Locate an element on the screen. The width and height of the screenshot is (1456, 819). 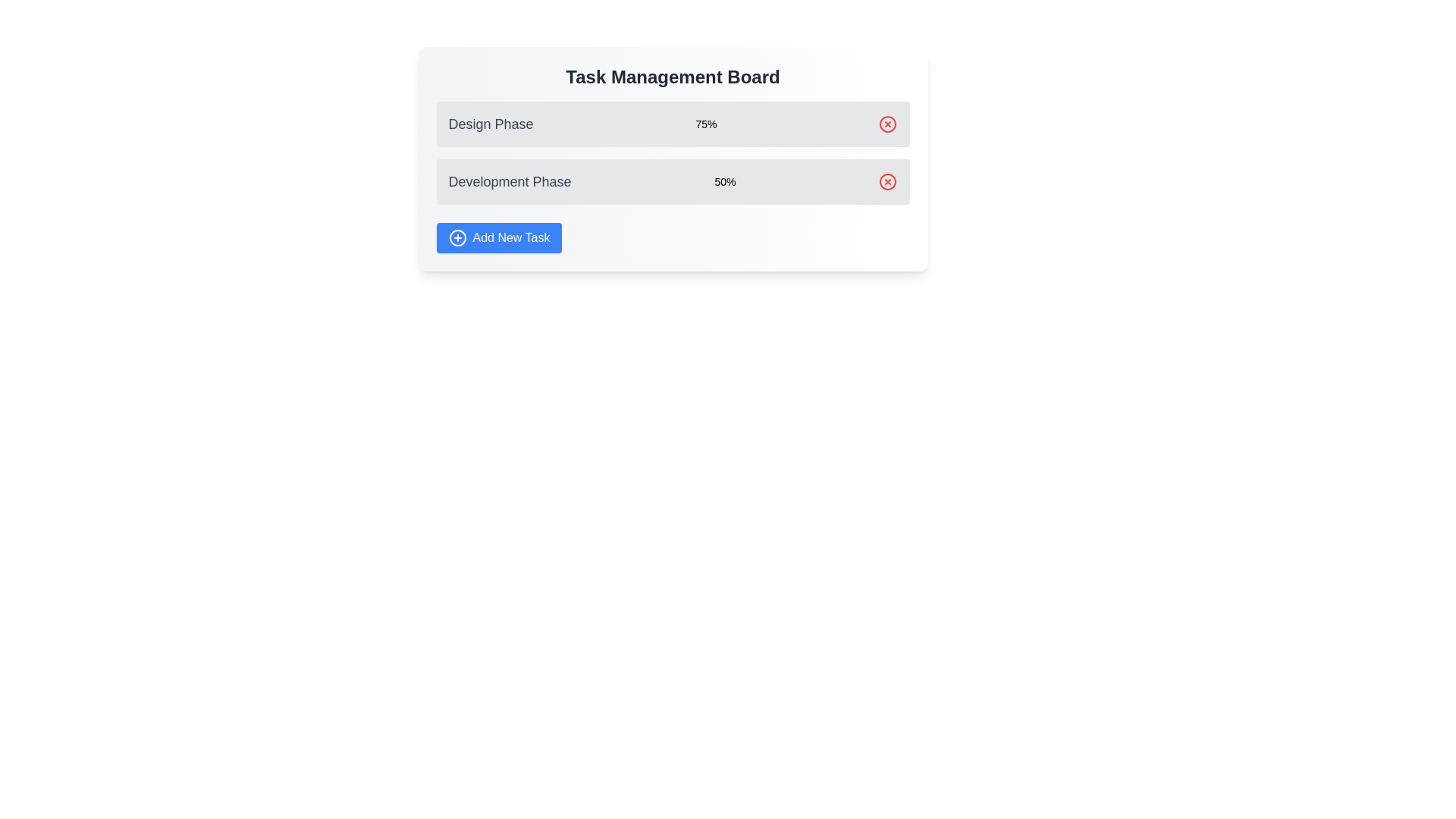
the button for adding a new task, located below the 'Development Phase' section is located at coordinates (499, 237).